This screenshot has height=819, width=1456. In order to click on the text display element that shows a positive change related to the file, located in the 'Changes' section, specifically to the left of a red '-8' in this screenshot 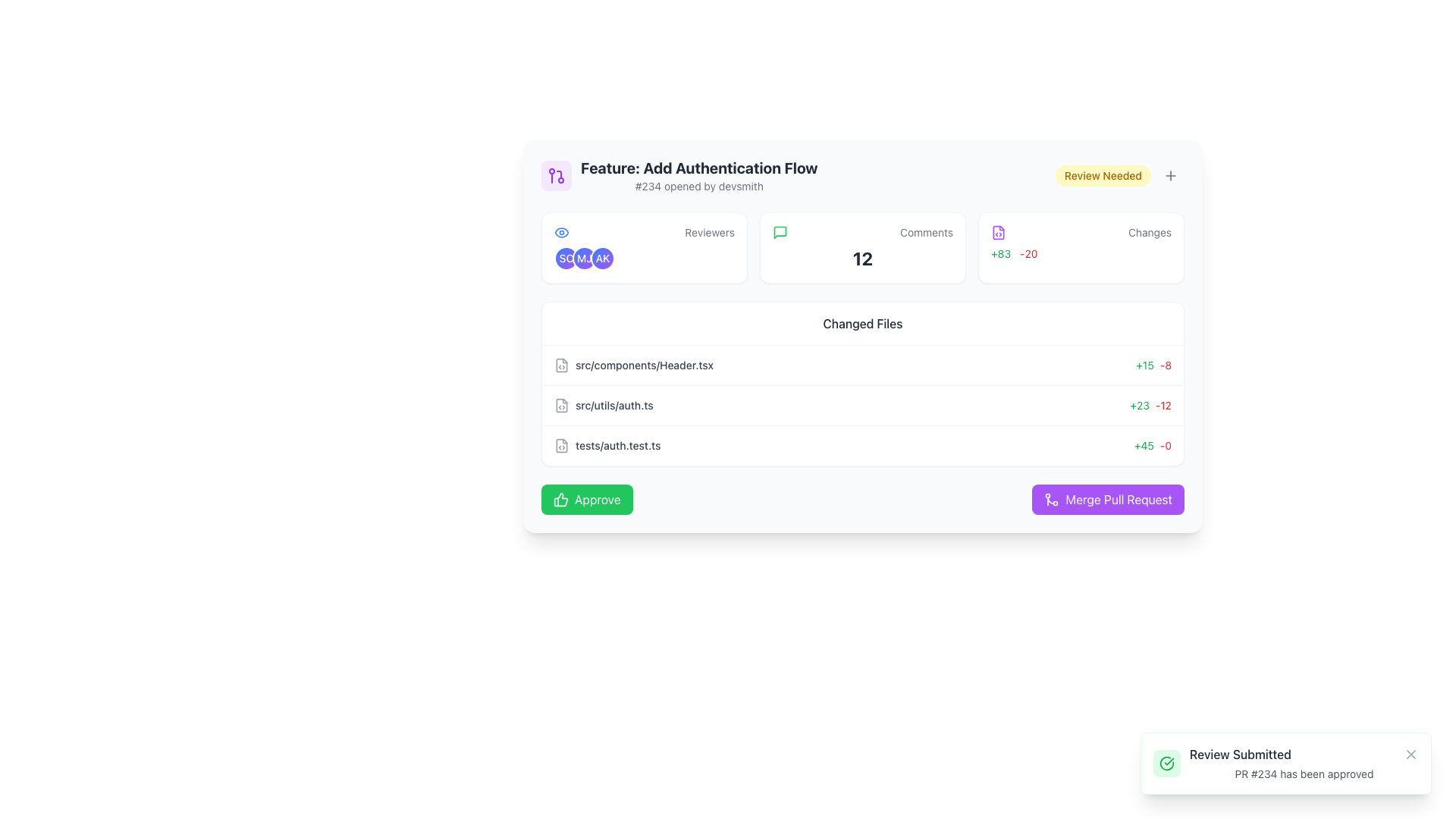, I will do `click(1144, 366)`.